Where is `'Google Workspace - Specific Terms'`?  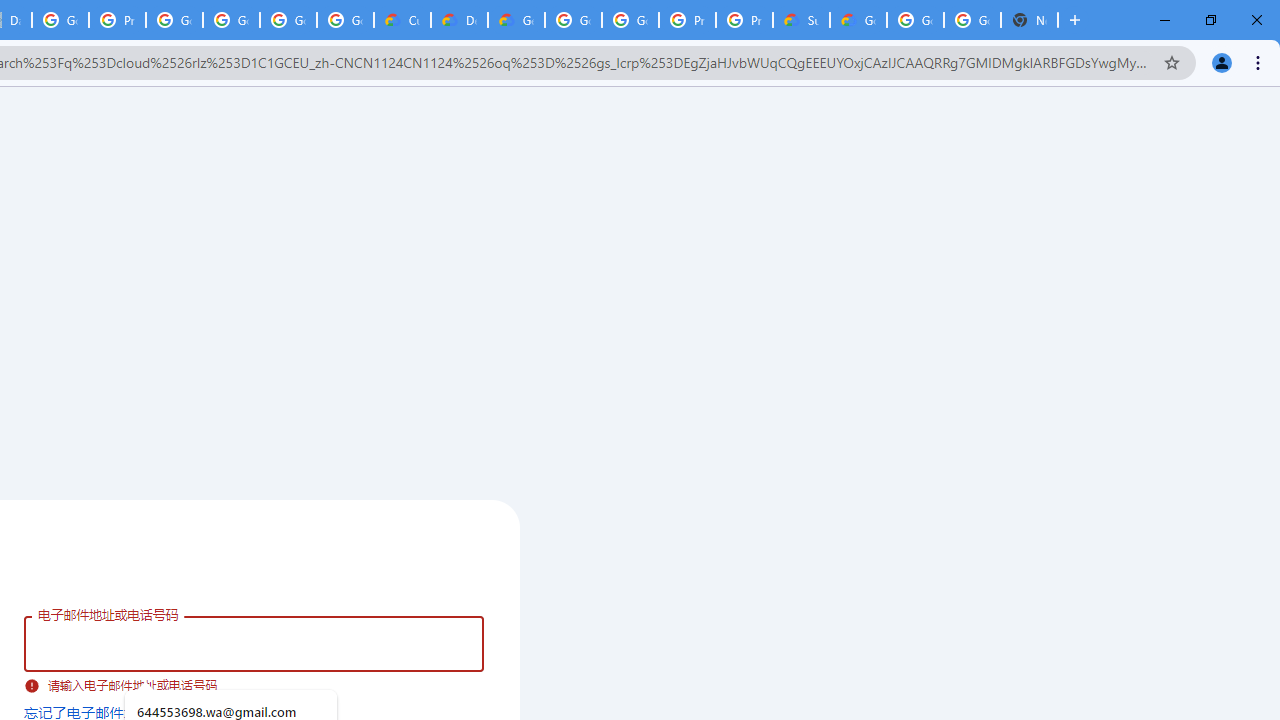
'Google Workspace - Specific Terms' is located at coordinates (287, 20).